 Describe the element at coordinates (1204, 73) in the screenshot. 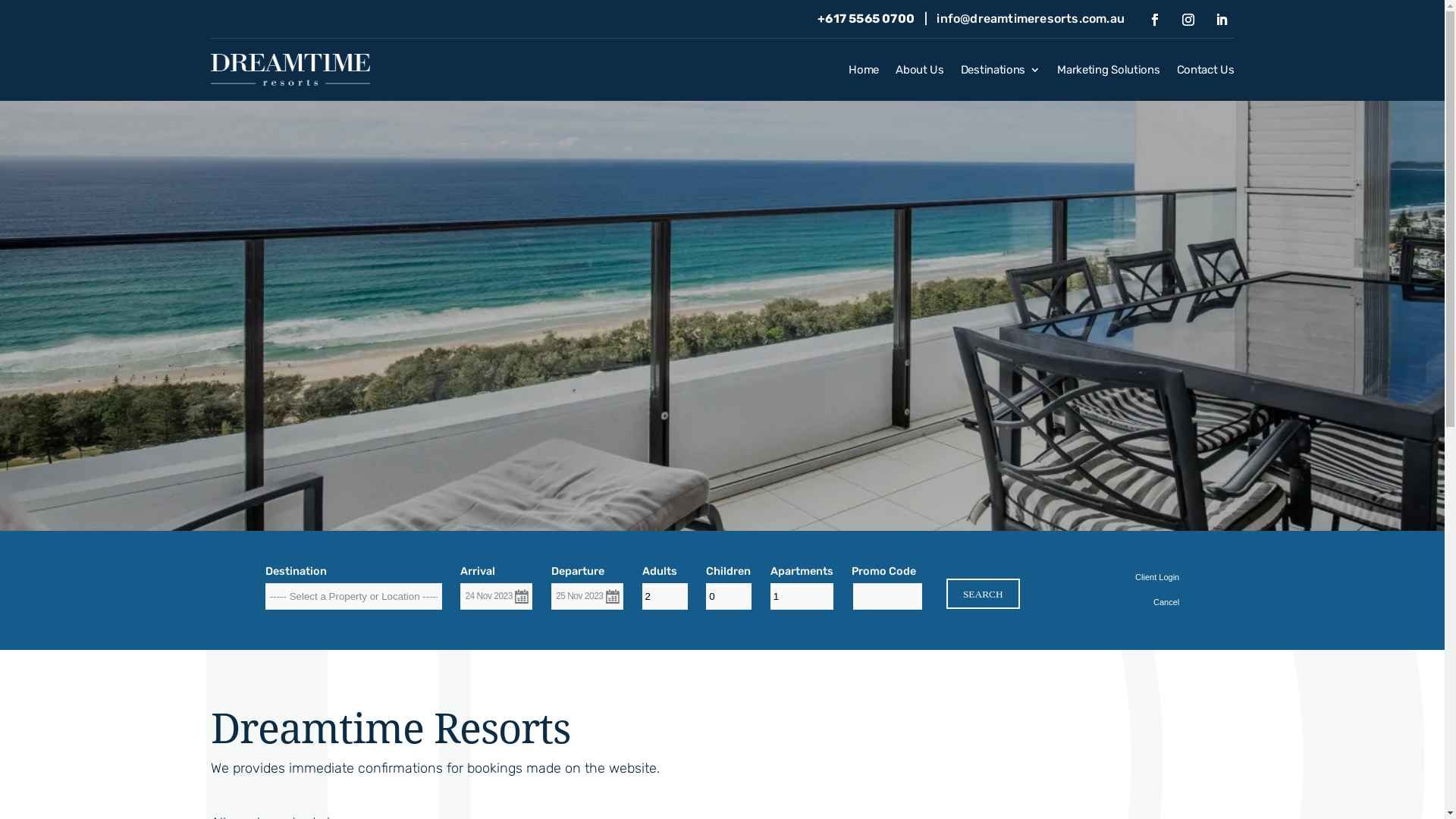

I see `'Contact Us'` at that location.